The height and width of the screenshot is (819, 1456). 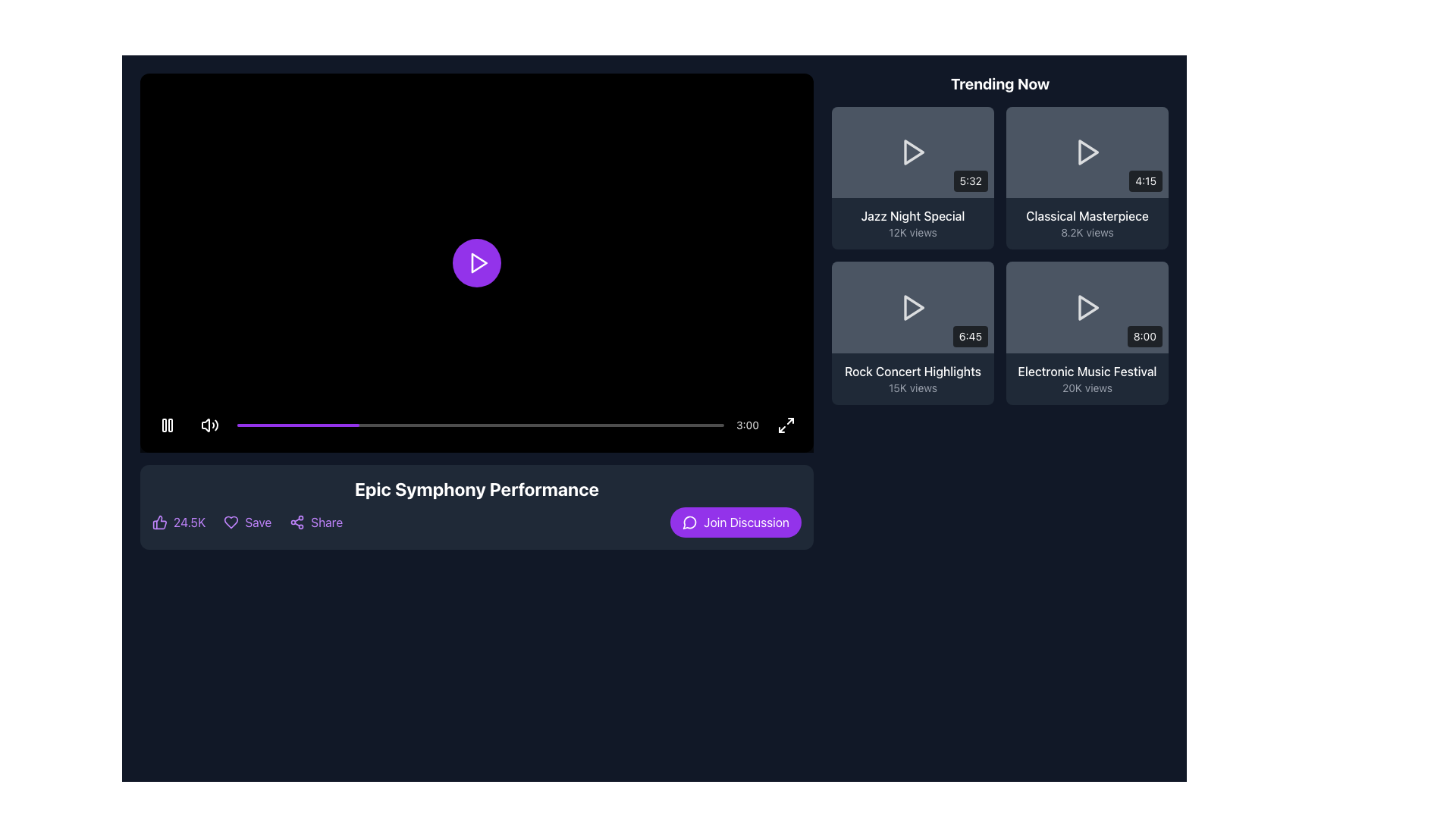 I want to click on the static text displaying '20K views' located beneath the 'Electronic Music Festival' heading in the bottom-right section of the interface, so click(x=1087, y=386).